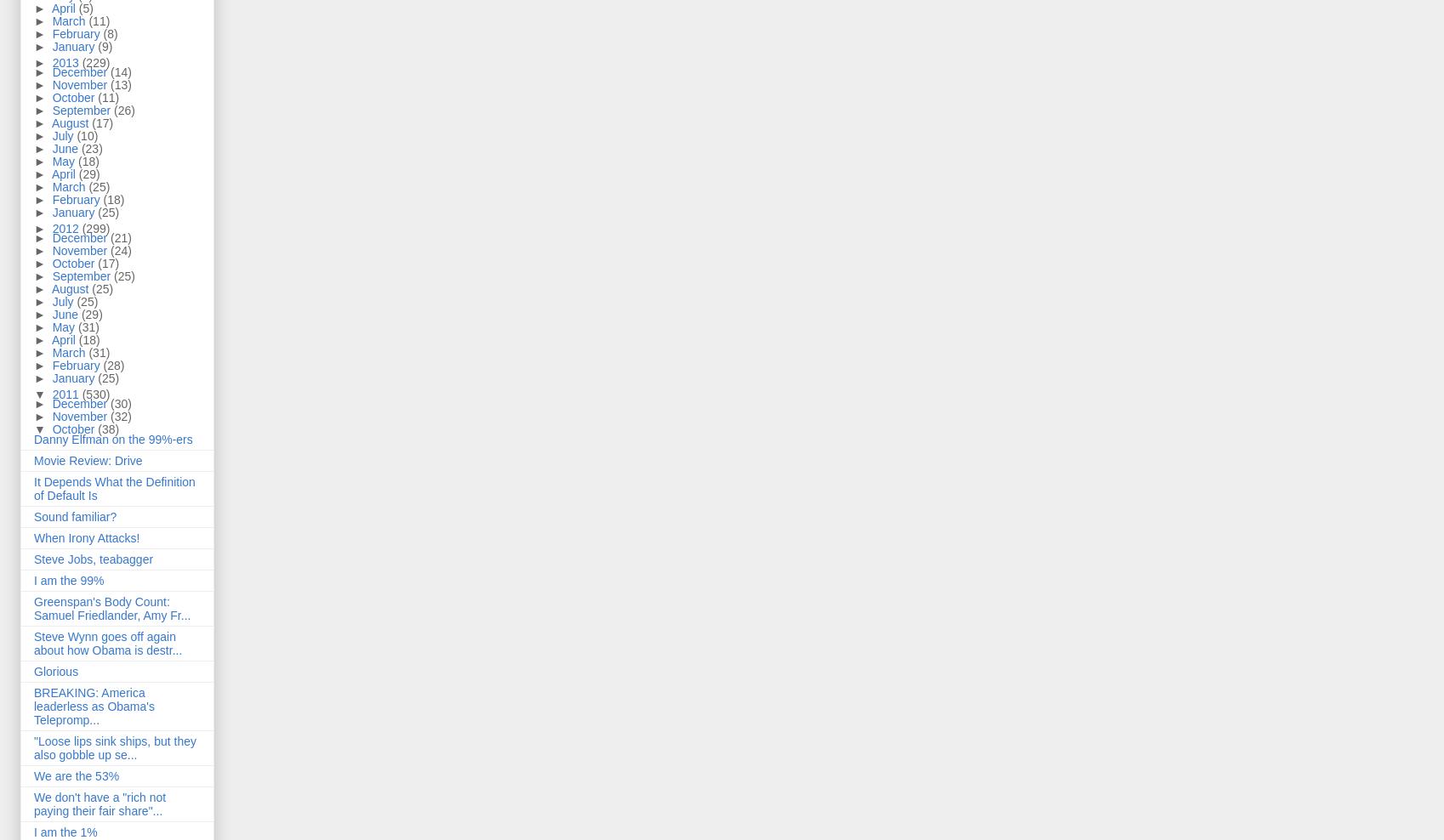  I want to click on 'BREAKING:  America leaderless as Obama's Telepromp...', so click(93, 706).